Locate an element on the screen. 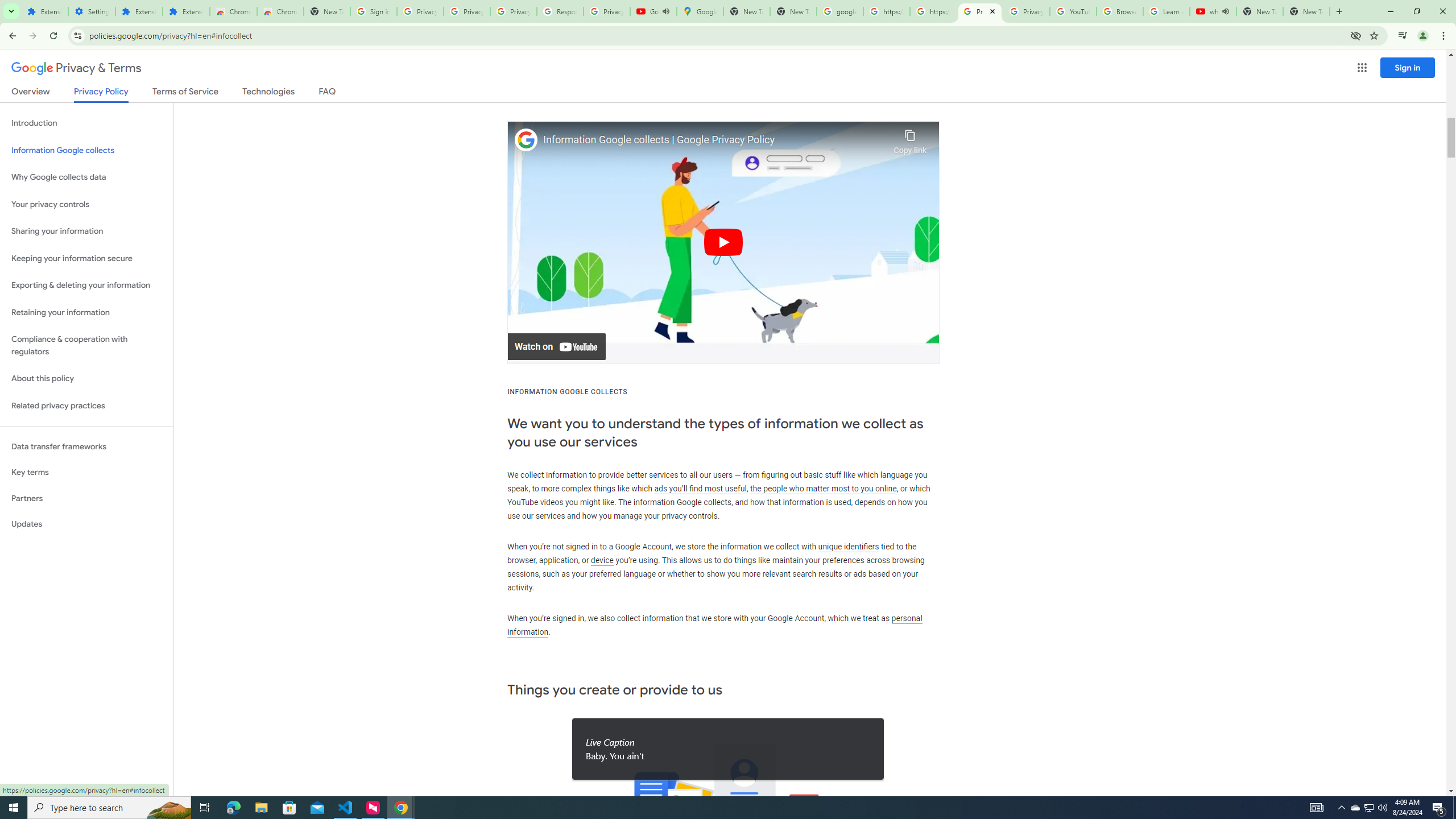  'https://scholar.google.com/' is located at coordinates (932, 11).